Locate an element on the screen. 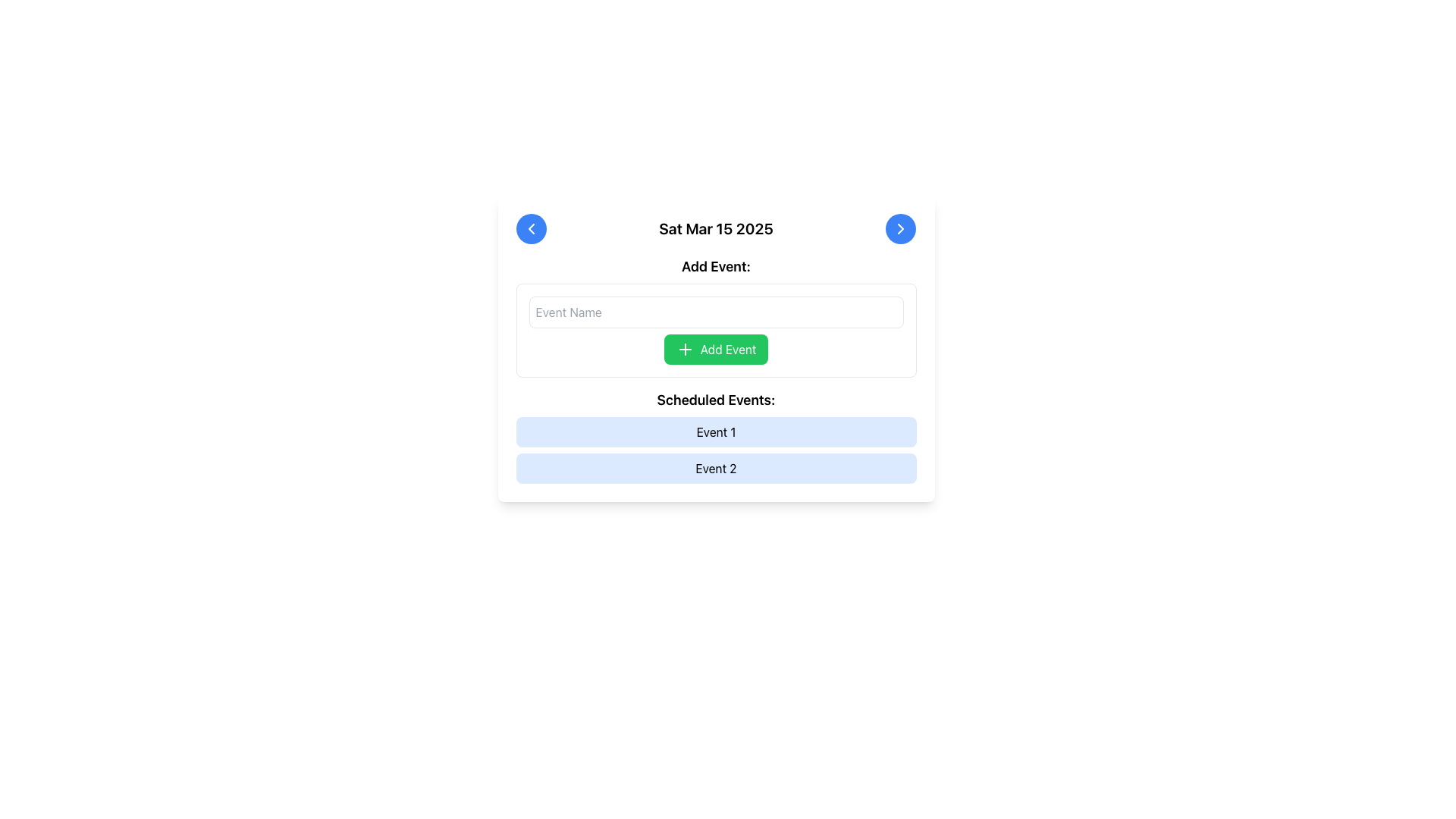 Image resolution: width=1456 pixels, height=819 pixels. the blue circular button containing the arrow icon is located at coordinates (531, 228).